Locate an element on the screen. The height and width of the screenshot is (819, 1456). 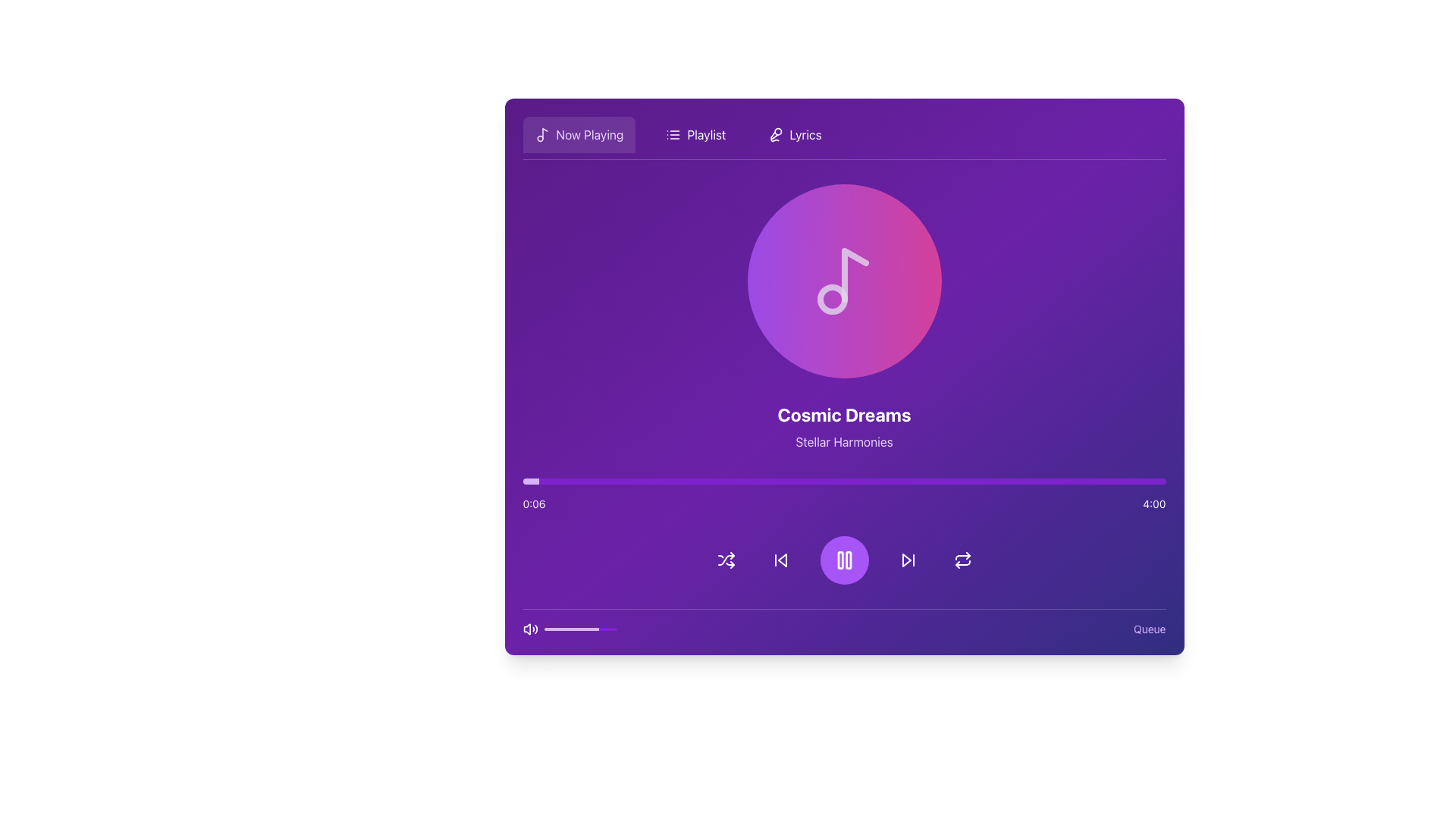
playback progress is located at coordinates (1081, 482).